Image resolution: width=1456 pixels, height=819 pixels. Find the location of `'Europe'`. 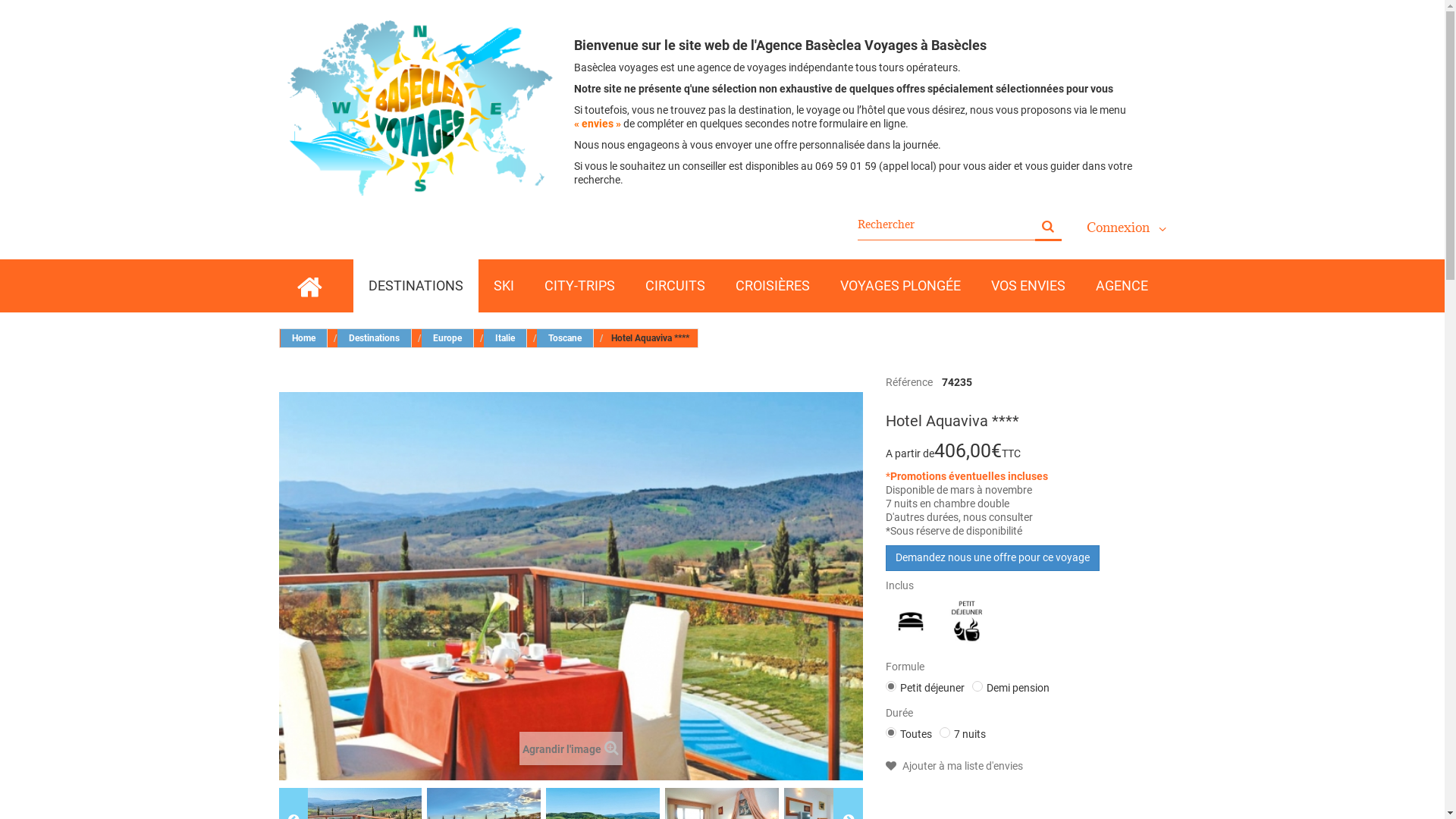

'Europe' is located at coordinates (447, 337).